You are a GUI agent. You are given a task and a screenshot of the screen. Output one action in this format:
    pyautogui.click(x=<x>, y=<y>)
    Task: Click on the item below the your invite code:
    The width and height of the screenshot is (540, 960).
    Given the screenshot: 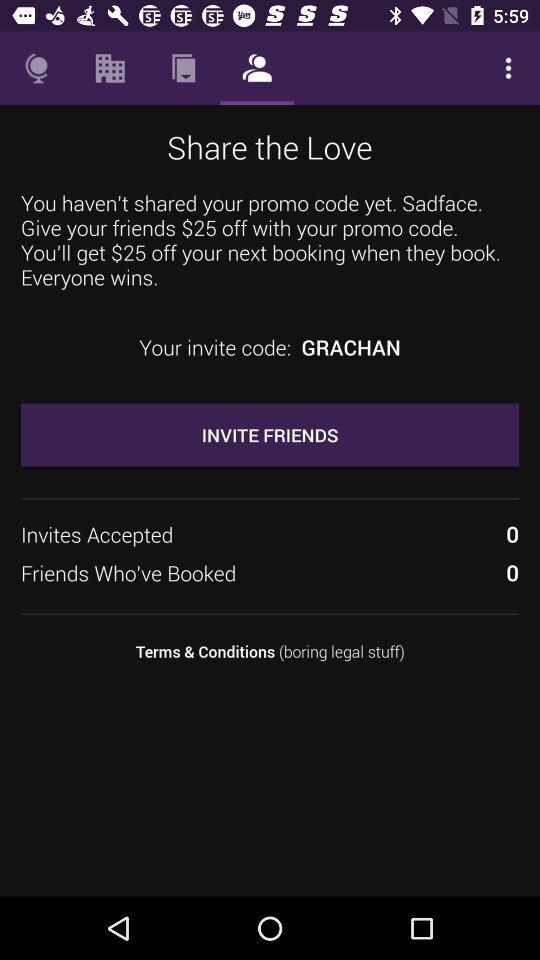 What is the action you would take?
    pyautogui.click(x=270, y=434)
    